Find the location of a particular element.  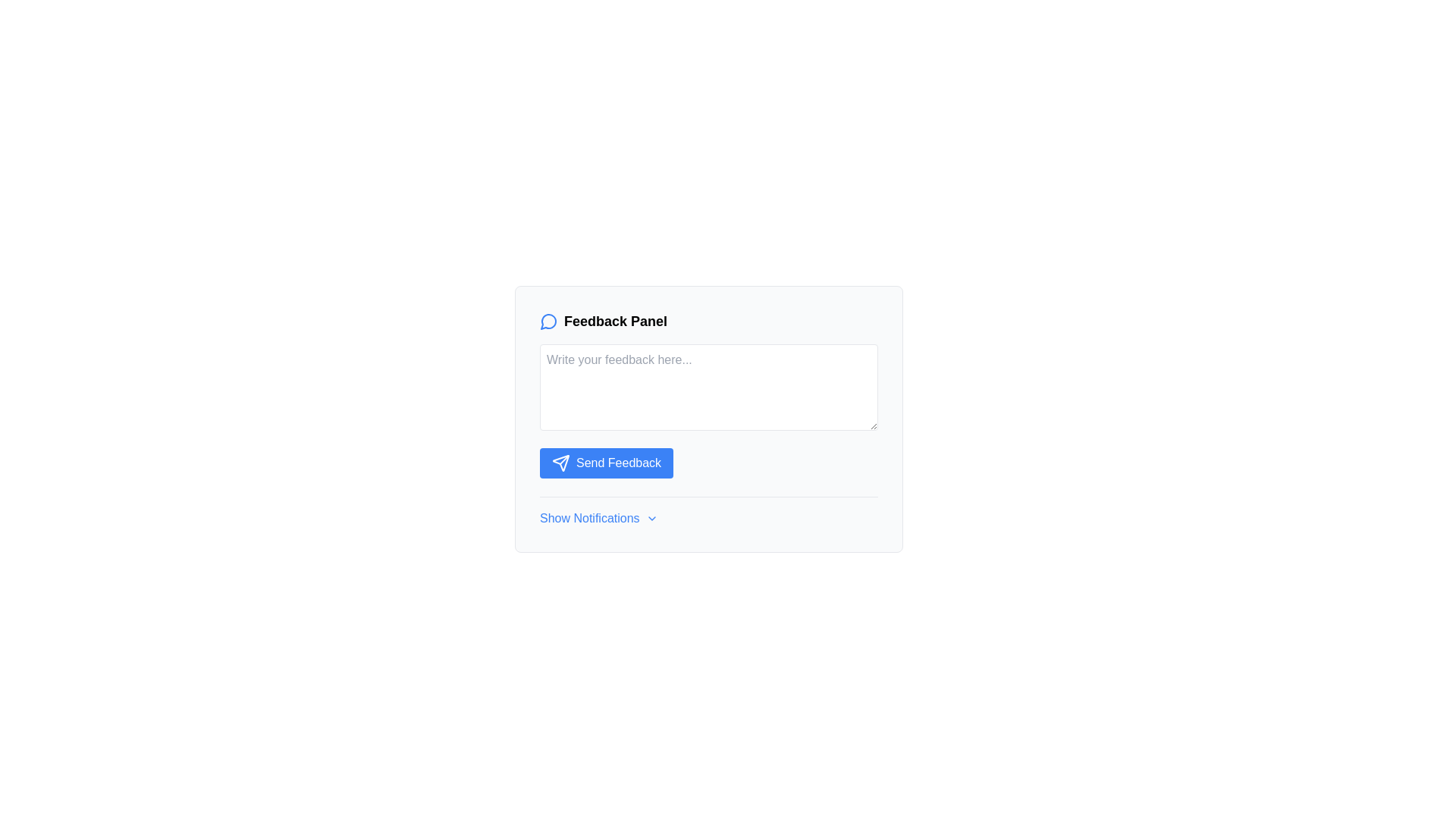

the feedback submission button located near the bottom-middle of the Feedback Panel to observe the hover effect is located at coordinates (607, 462).